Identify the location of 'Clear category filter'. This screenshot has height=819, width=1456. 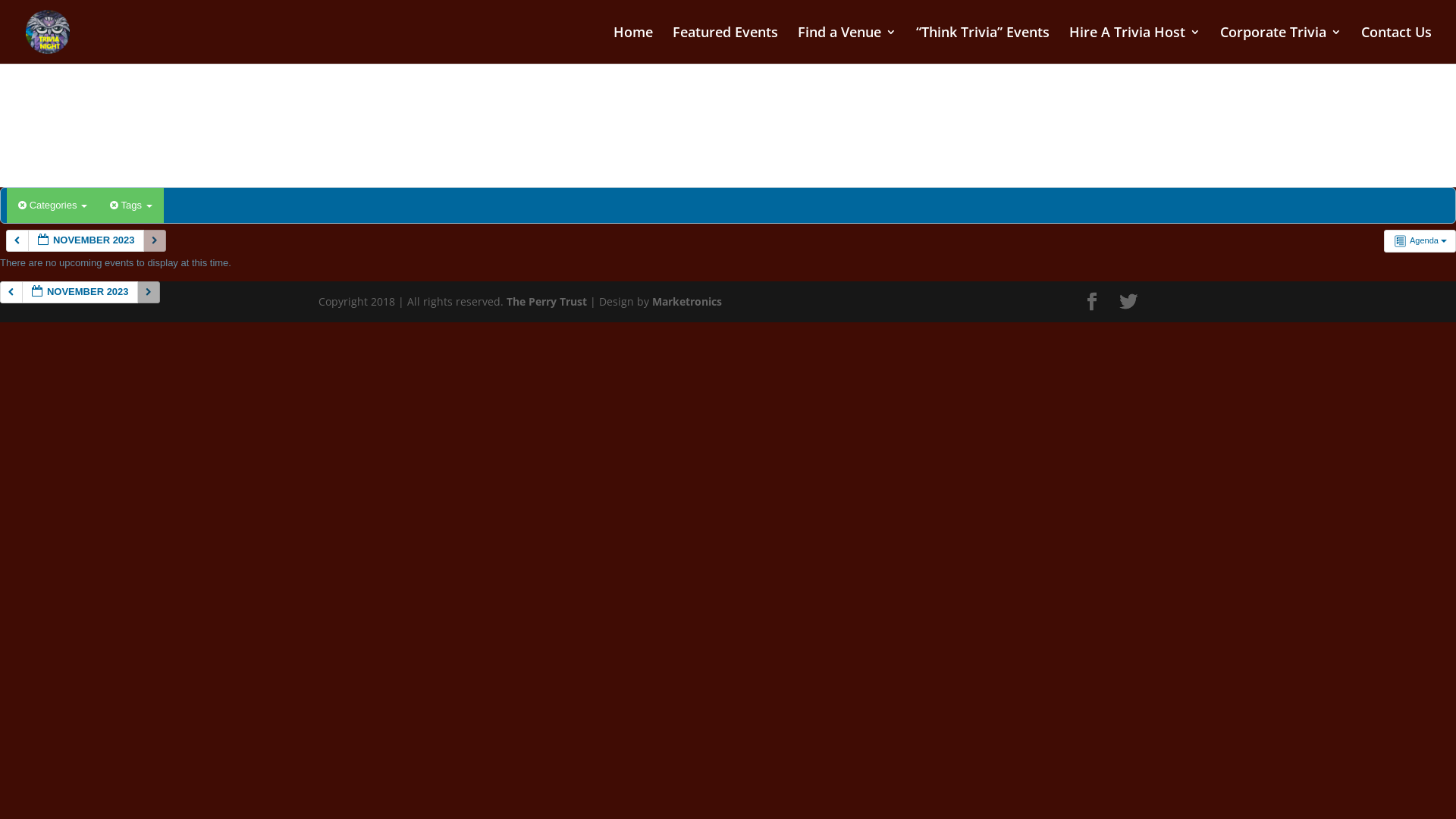
(18, 205).